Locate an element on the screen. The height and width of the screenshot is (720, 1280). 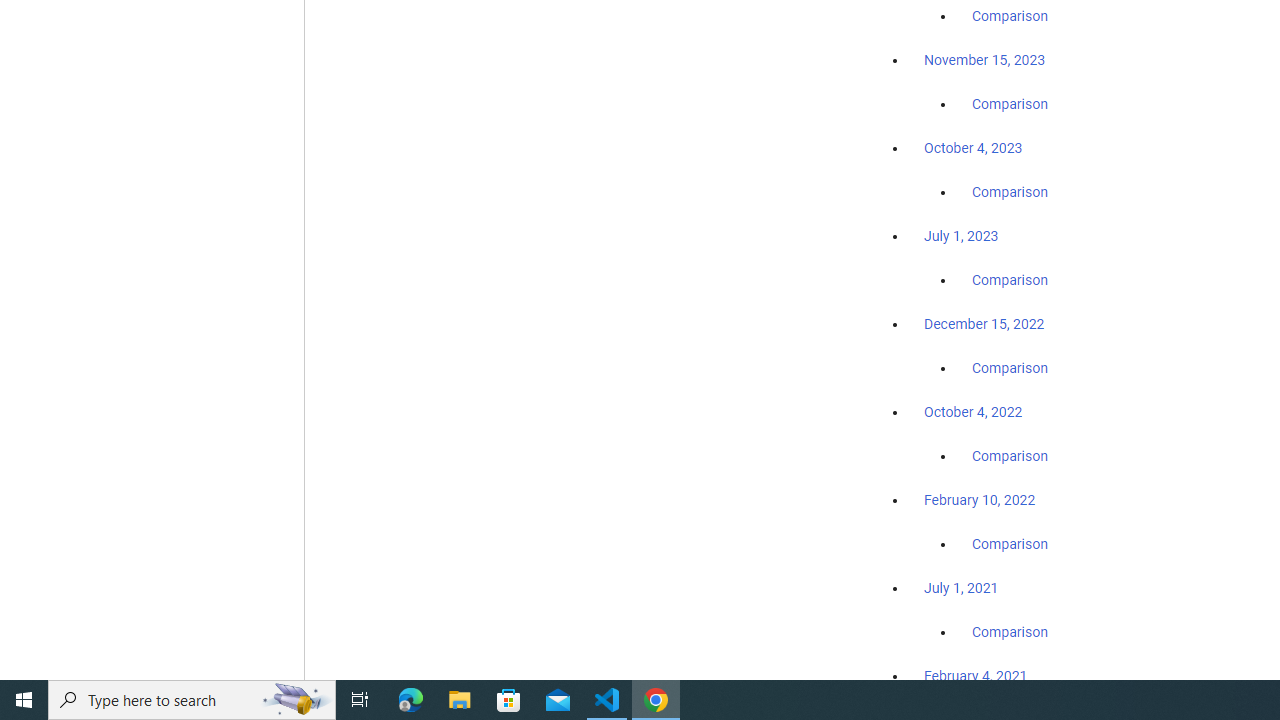
'July 1, 2023' is located at coordinates (961, 235).